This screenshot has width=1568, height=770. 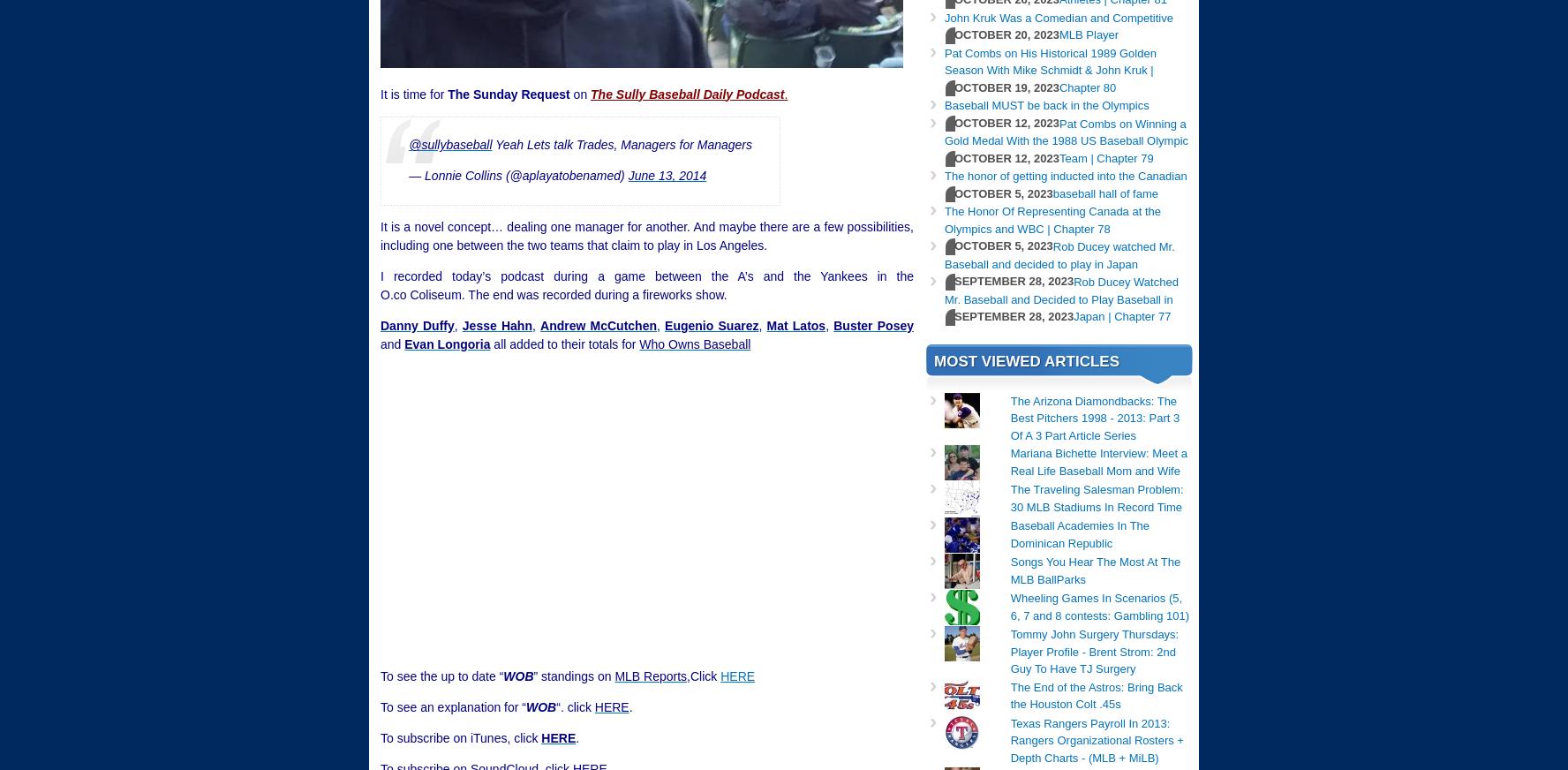 What do you see at coordinates (639, 343) in the screenshot?
I see `'Who Owns Baseball'` at bounding box center [639, 343].